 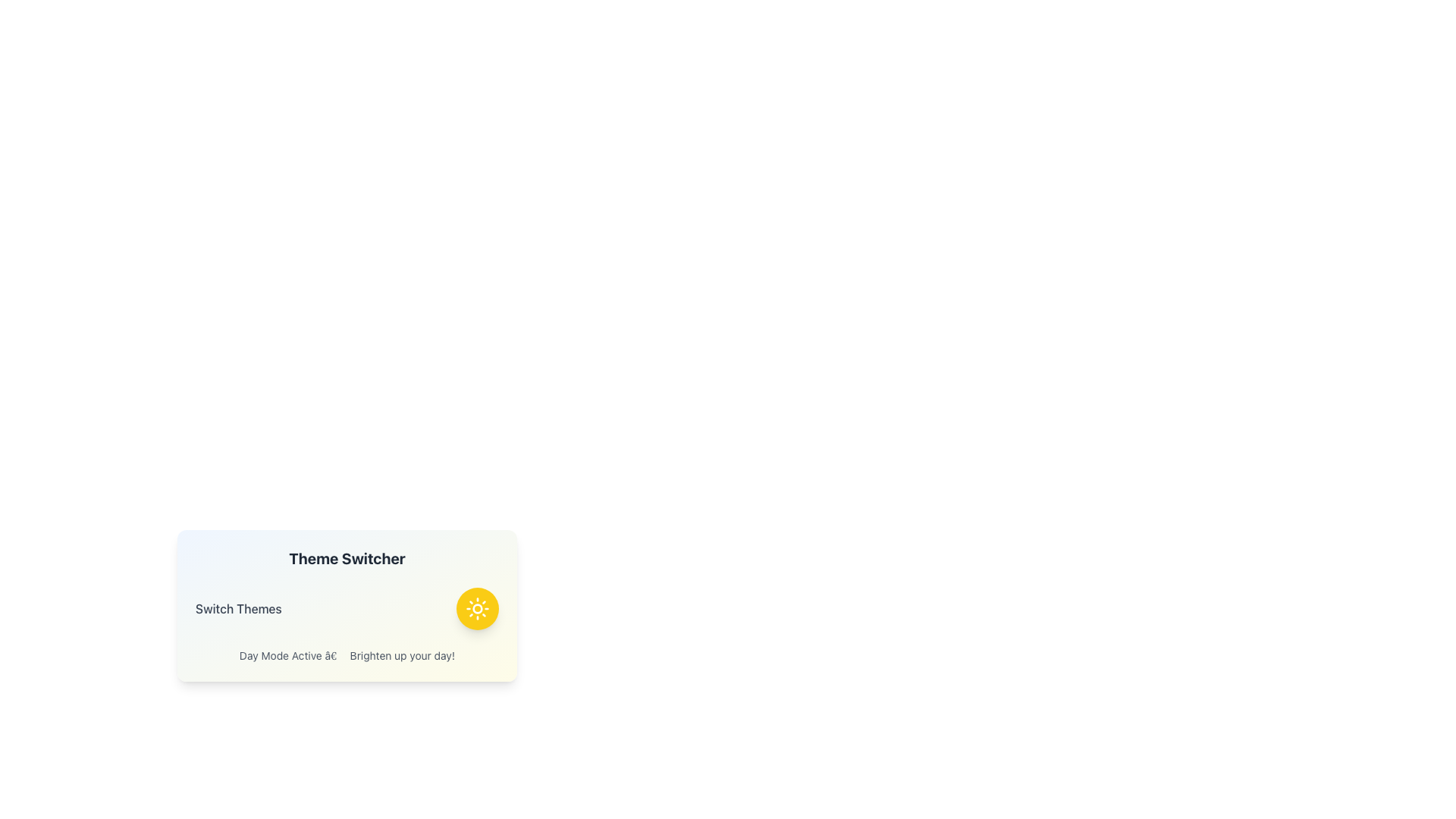 What do you see at coordinates (346, 660) in the screenshot?
I see `the 'Theme Switcher' widget, which features a title in bold, a subtitle 'Switch Themes', and a description 'Day Mode Active - Brighten up your day!' with a circular yellow button on the right` at bounding box center [346, 660].